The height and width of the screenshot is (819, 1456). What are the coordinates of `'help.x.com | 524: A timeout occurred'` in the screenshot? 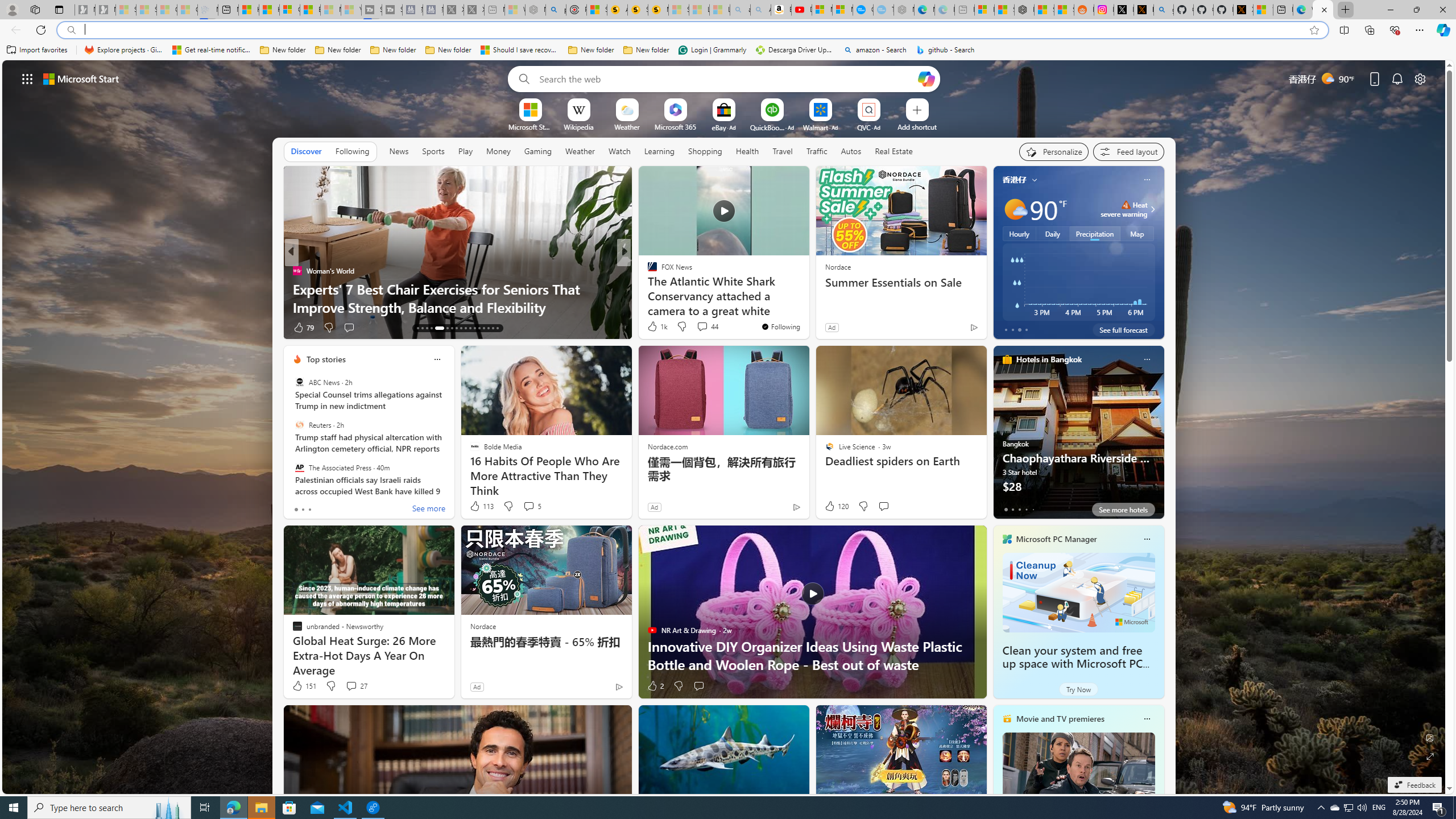 It's located at (1143, 9).